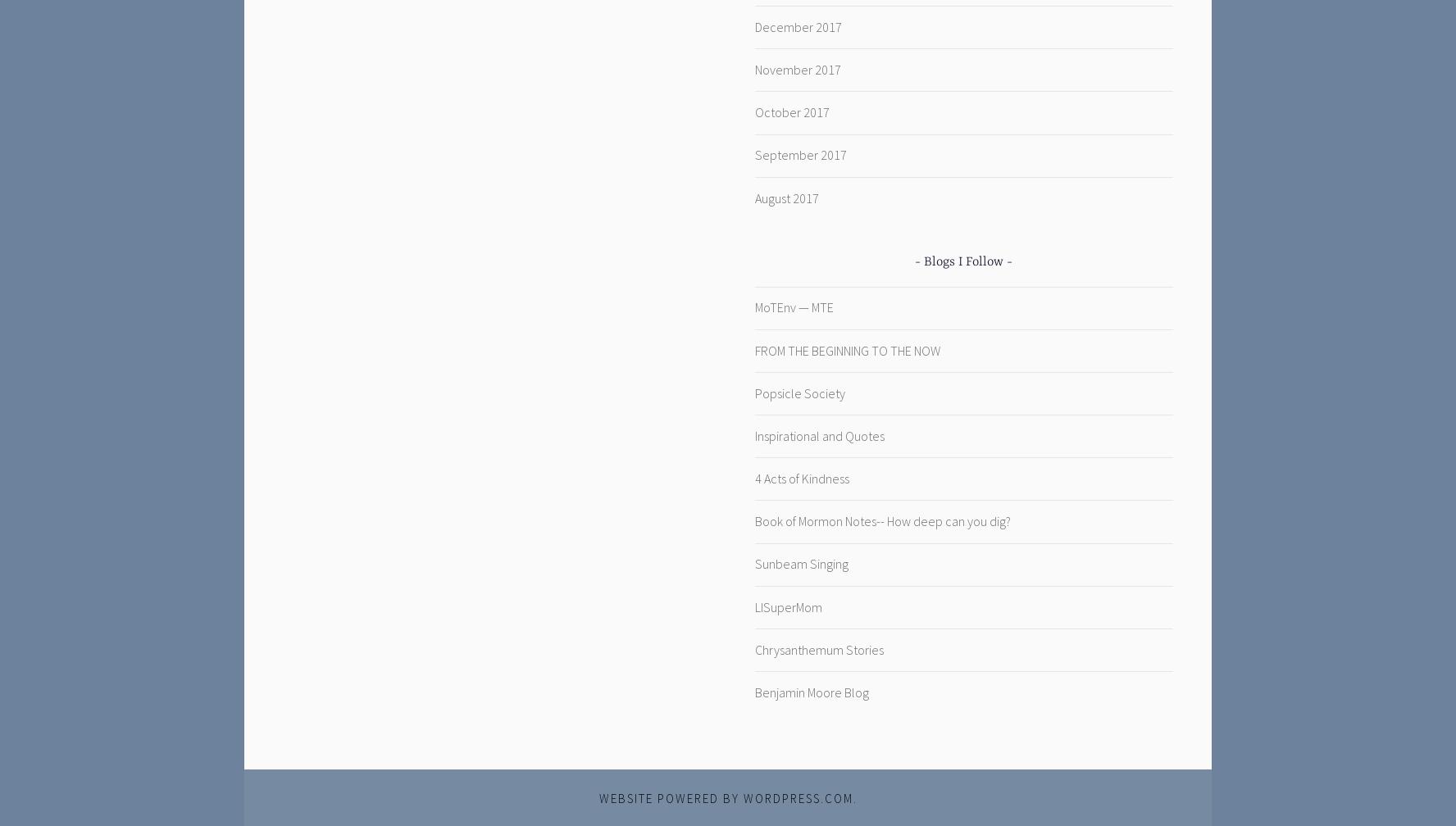  What do you see at coordinates (846, 349) in the screenshot?
I see `'FROM THE BEGINNING TO THE NOW'` at bounding box center [846, 349].